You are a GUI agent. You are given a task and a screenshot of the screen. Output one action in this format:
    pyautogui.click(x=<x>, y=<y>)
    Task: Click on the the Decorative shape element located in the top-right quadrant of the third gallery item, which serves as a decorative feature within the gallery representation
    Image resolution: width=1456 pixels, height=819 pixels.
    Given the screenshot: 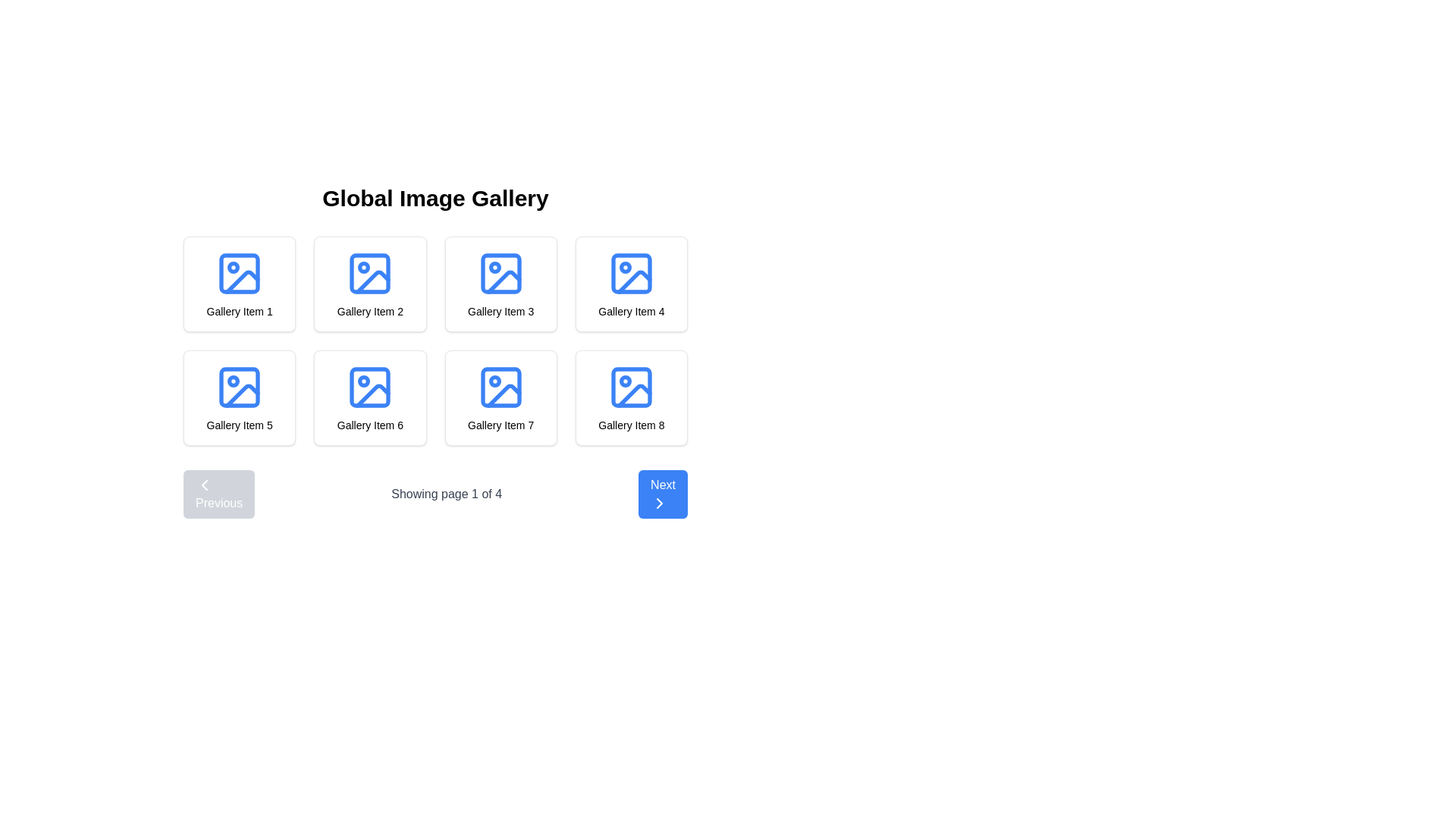 What is the action you would take?
    pyautogui.click(x=500, y=274)
    